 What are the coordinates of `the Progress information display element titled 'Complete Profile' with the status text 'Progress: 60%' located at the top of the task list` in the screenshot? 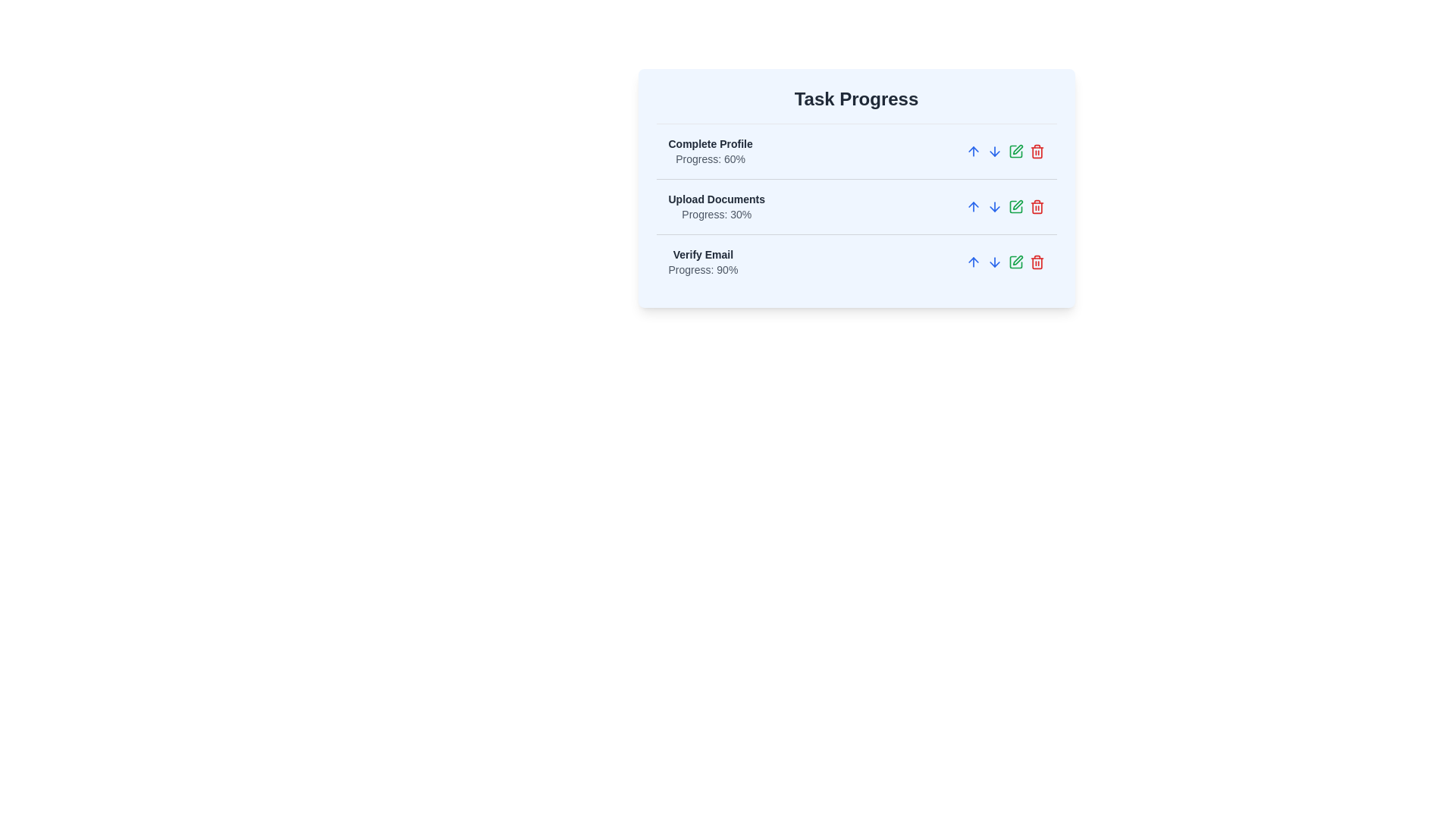 It's located at (710, 152).